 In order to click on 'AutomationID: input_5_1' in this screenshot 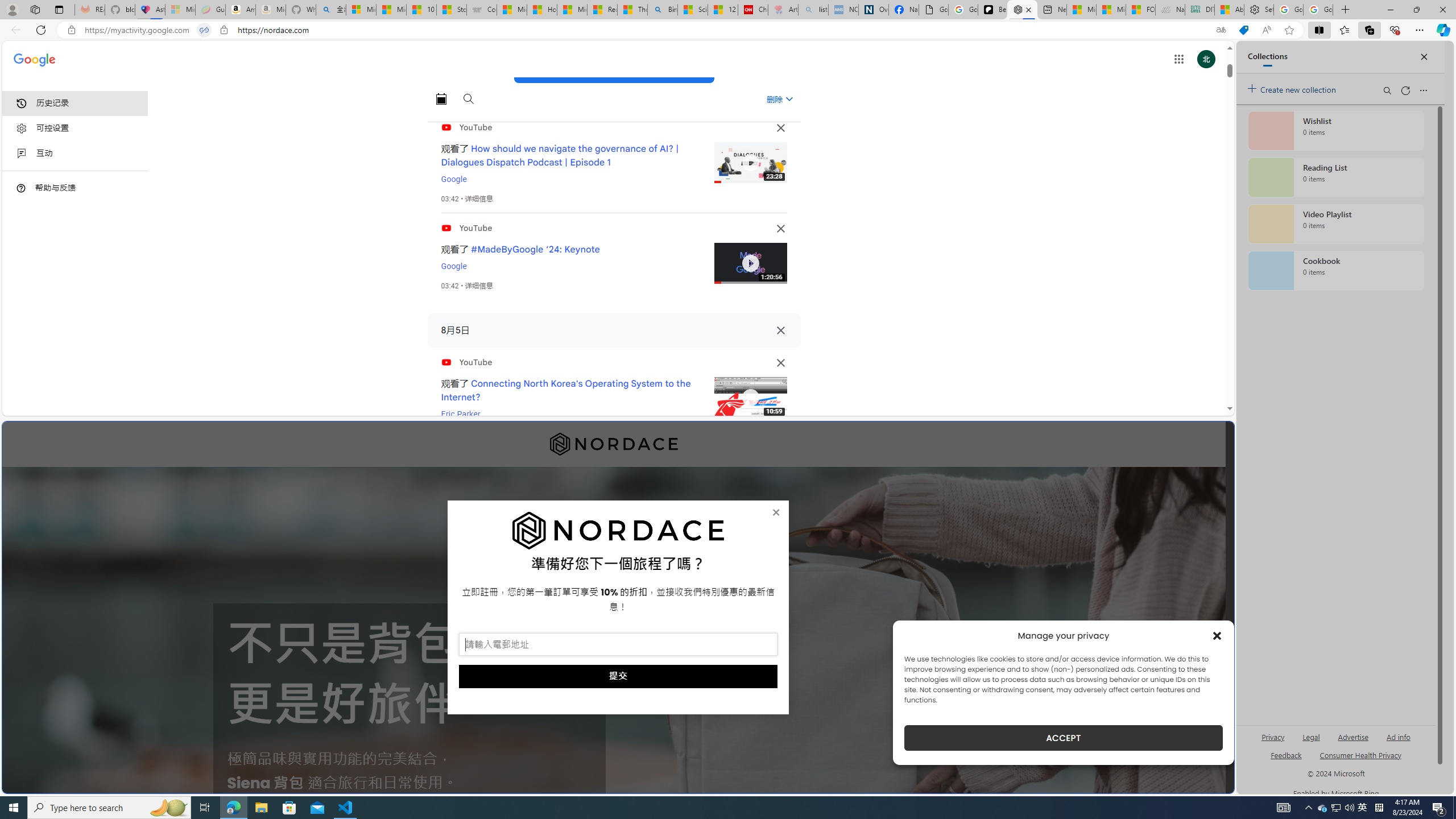, I will do `click(617, 644)`.